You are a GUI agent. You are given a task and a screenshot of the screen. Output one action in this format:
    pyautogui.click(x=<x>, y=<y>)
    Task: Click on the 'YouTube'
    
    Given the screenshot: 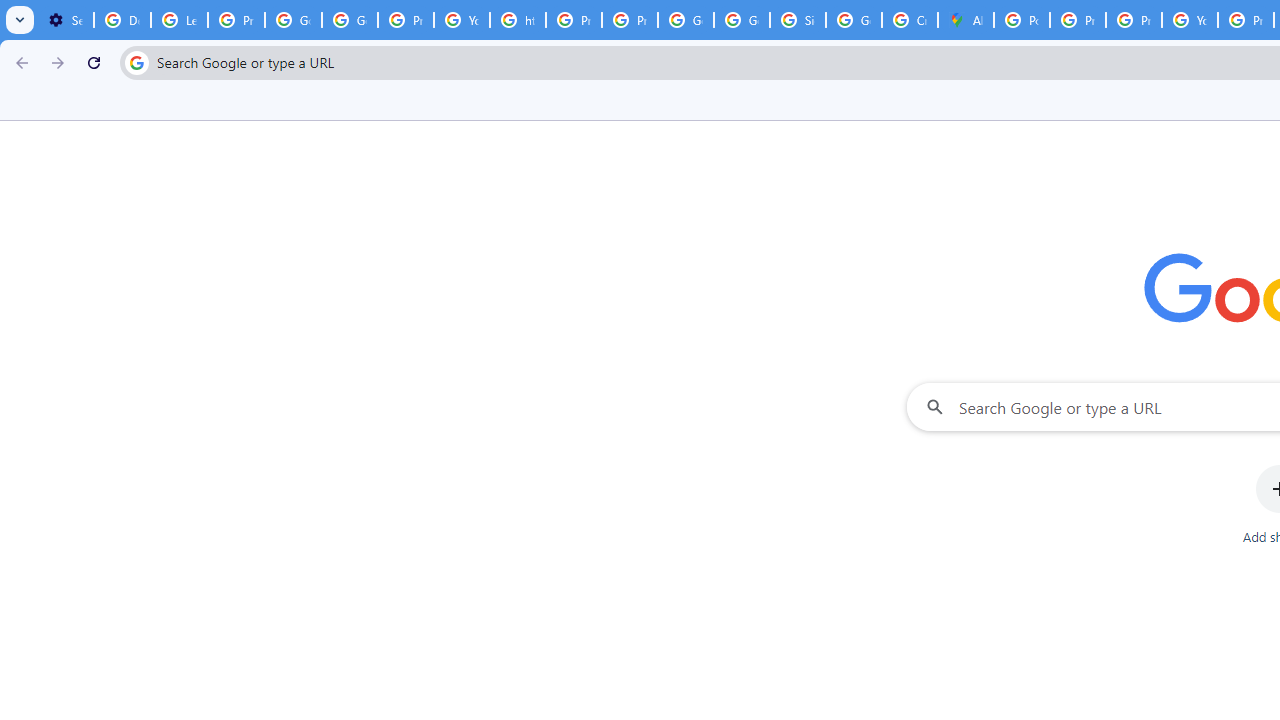 What is the action you would take?
    pyautogui.click(x=461, y=20)
    